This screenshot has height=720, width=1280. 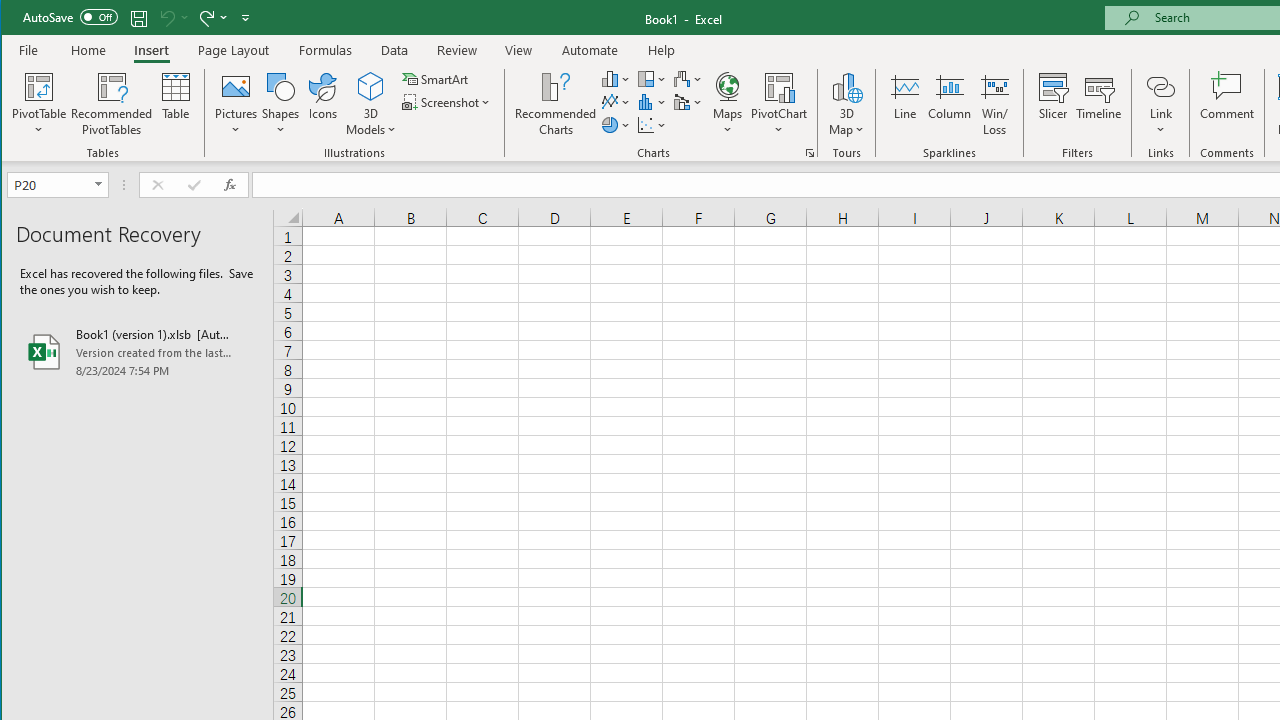 What do you see at coordinates (150, 49) in the screenshot?
I see `'Insert'` at bounding box center [150, 49].